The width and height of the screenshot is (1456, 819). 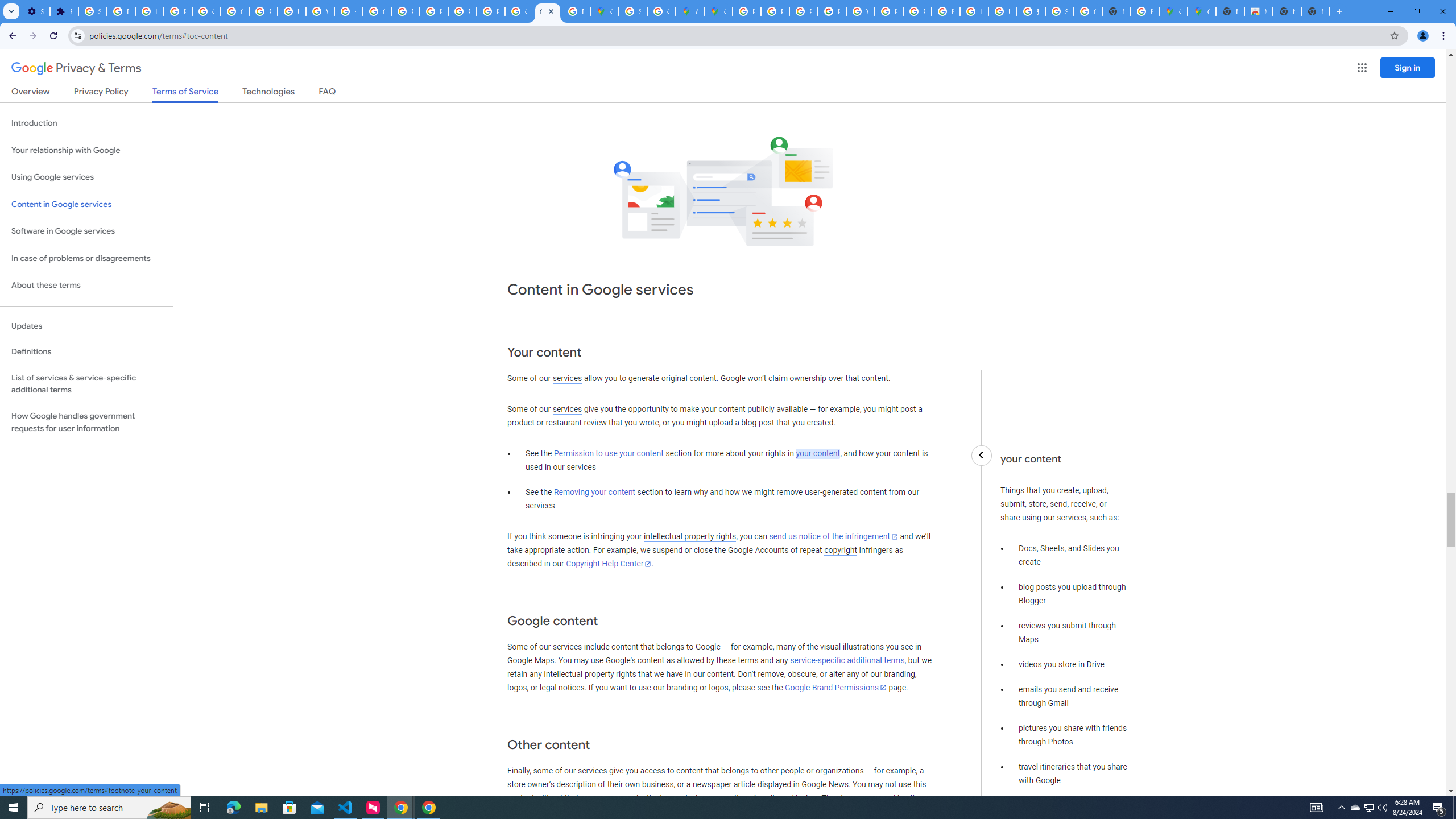 What do you see at coordinates (86, 150) in the screenshot?
I see `'Your relationship with Google'` at bounding box center [86, 150].